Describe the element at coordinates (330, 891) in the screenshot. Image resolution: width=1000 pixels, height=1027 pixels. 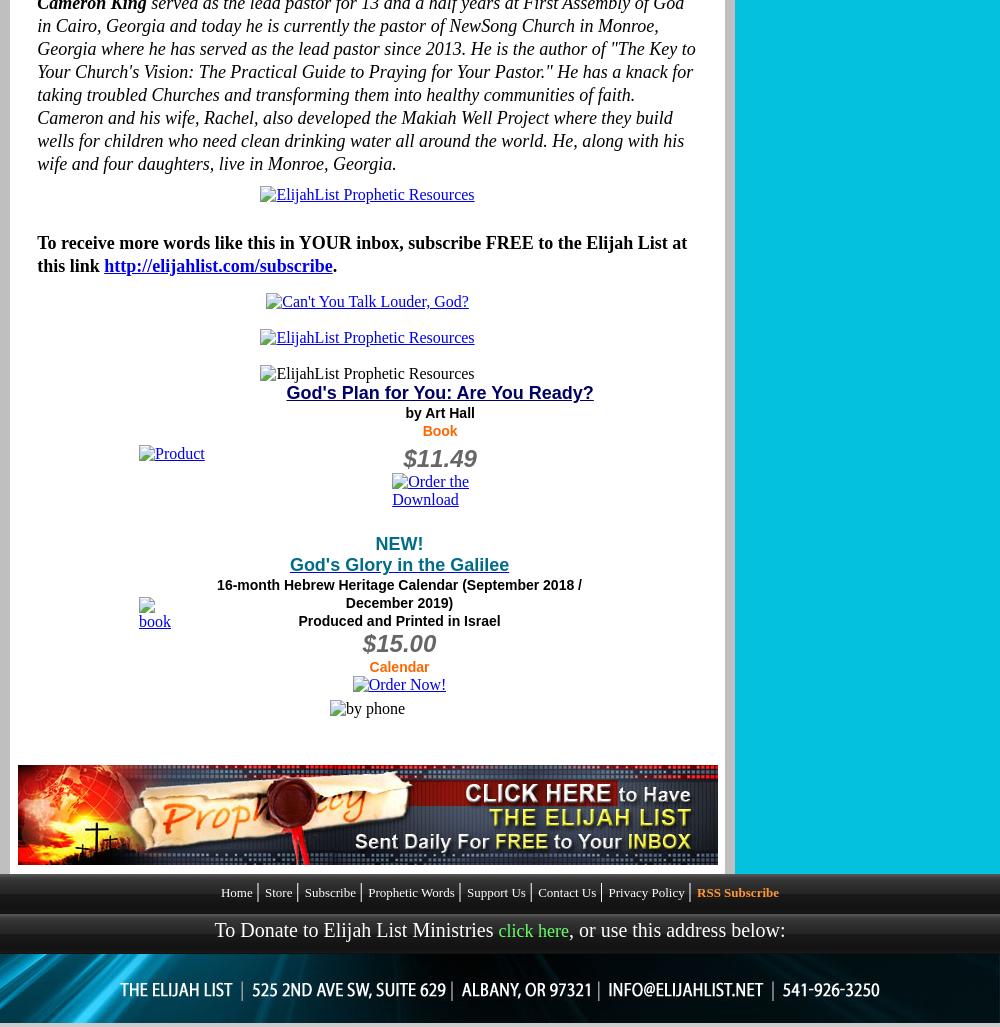
I see `'Subscribe'` at that location.